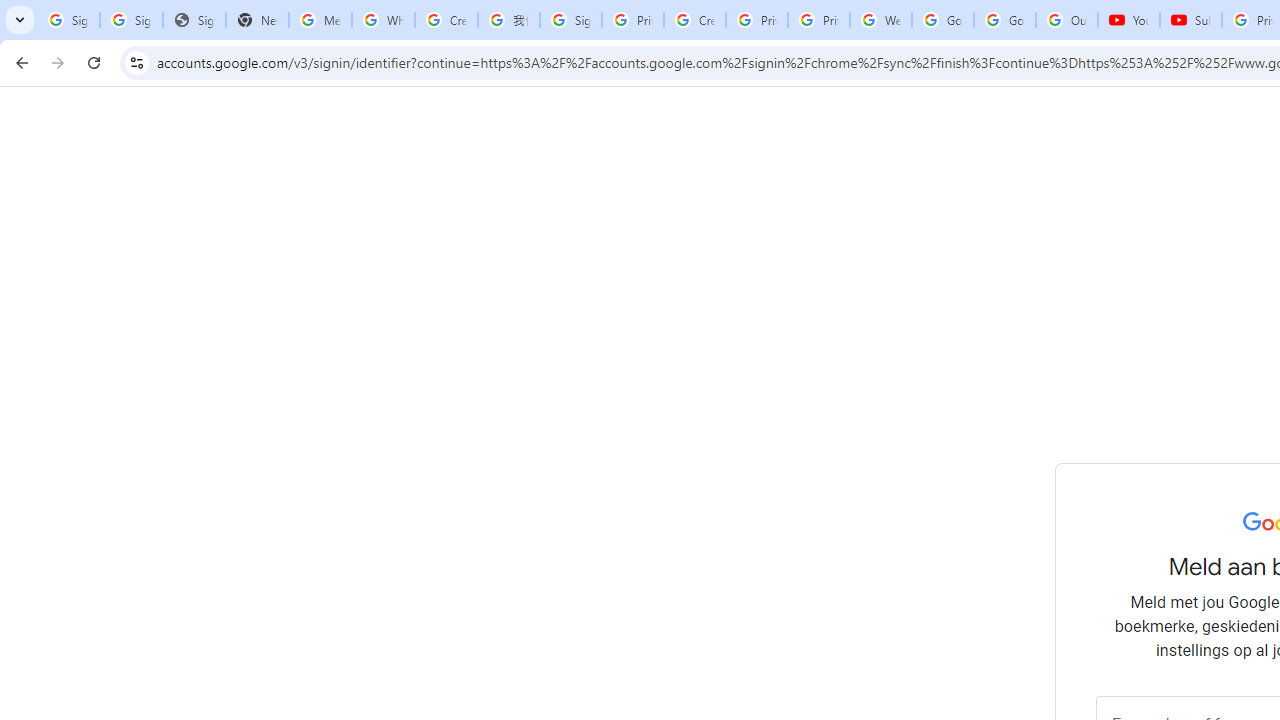 This screenshot has width=1280, height=720. I want to click on 'Subscriptions - YouTube', so click(1191, 20).